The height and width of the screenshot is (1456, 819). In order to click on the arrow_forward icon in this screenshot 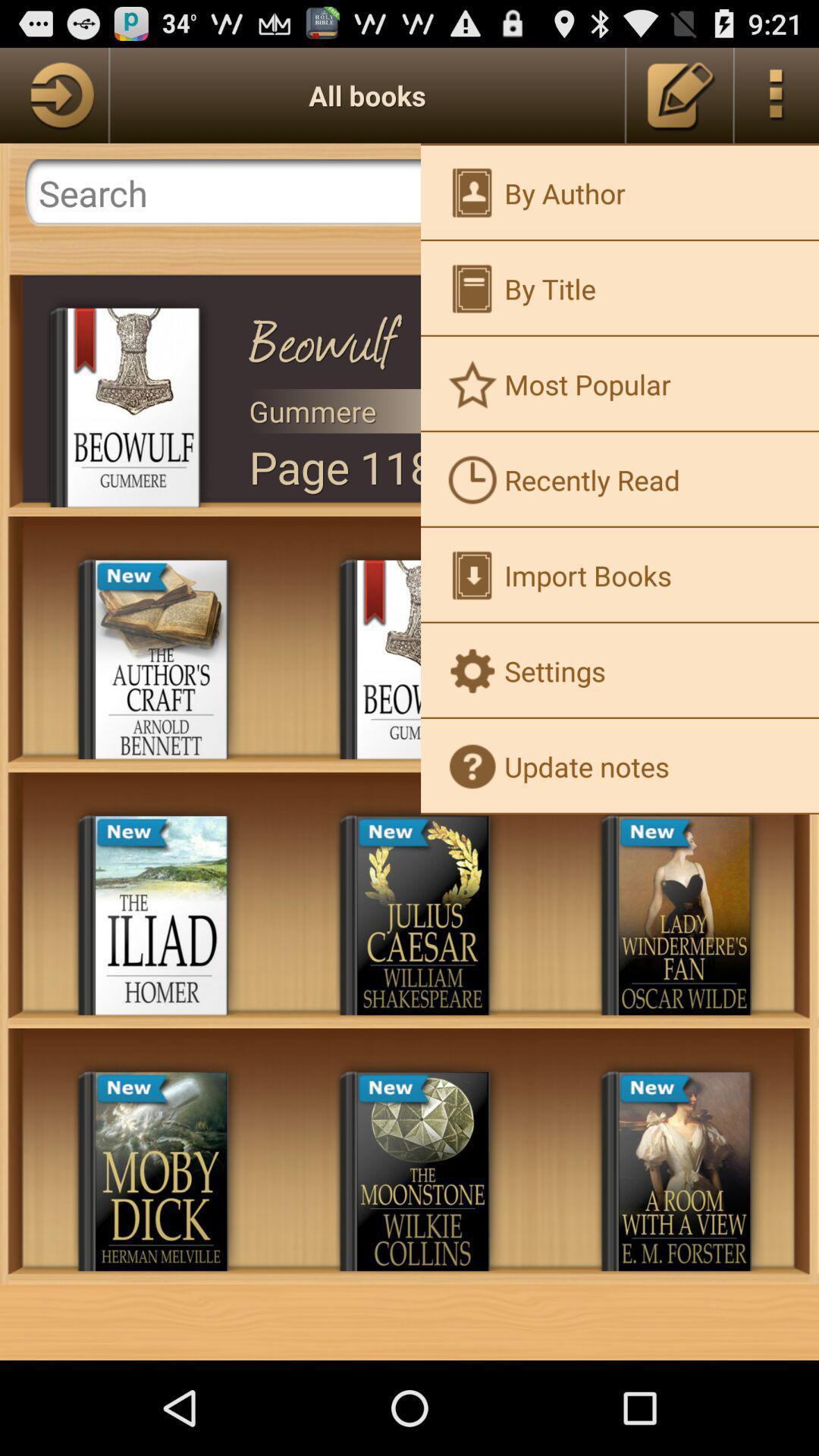, I will do `click(53, 101)`.